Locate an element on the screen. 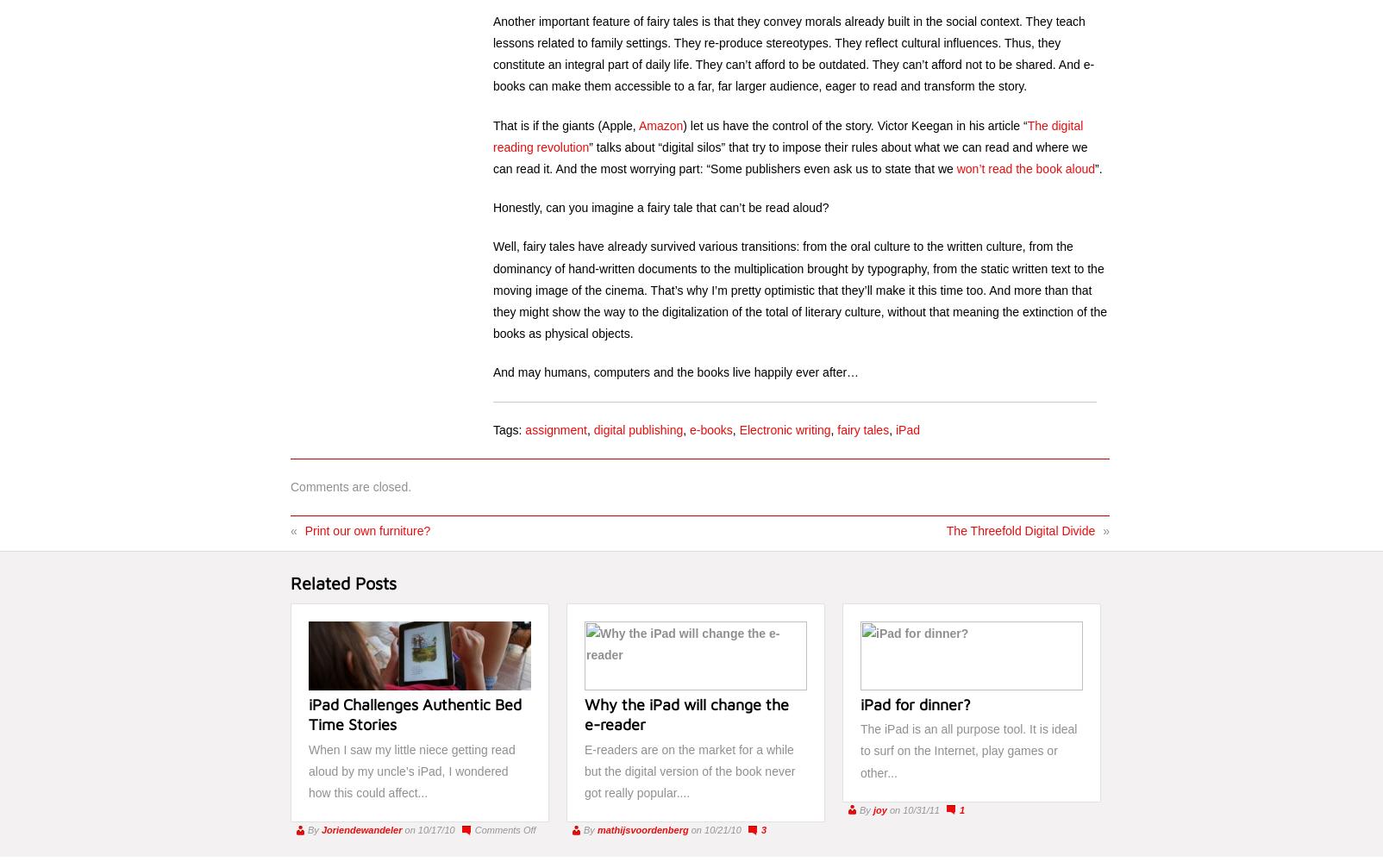  'e-books' is located at coordinates (710, 428).